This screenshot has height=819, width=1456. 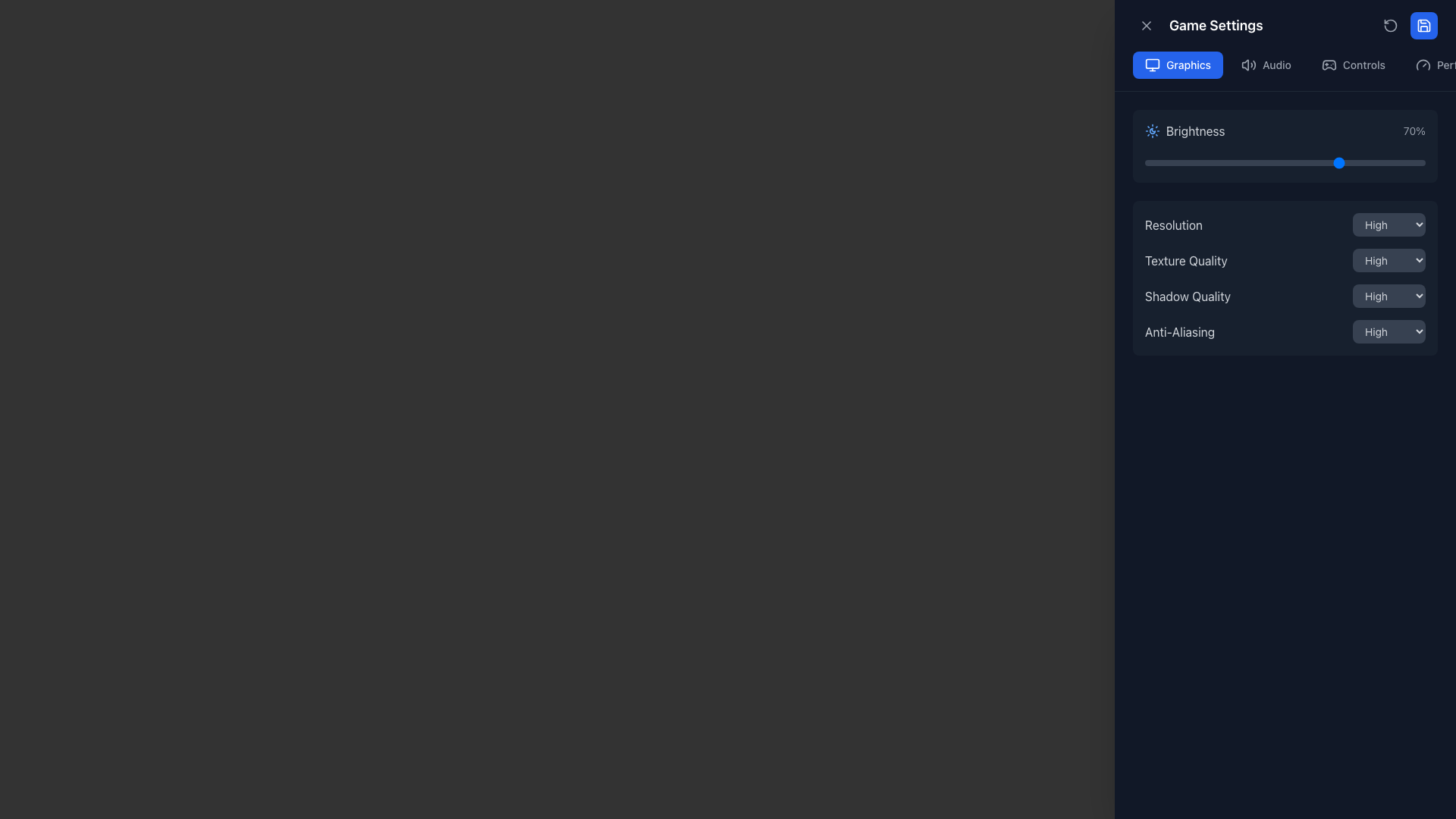 What do you see at coordinates (1390, 26) in the screenshot?
I see `the reset button located at the top-right section of the interface` at bounding box center [1390, 26].